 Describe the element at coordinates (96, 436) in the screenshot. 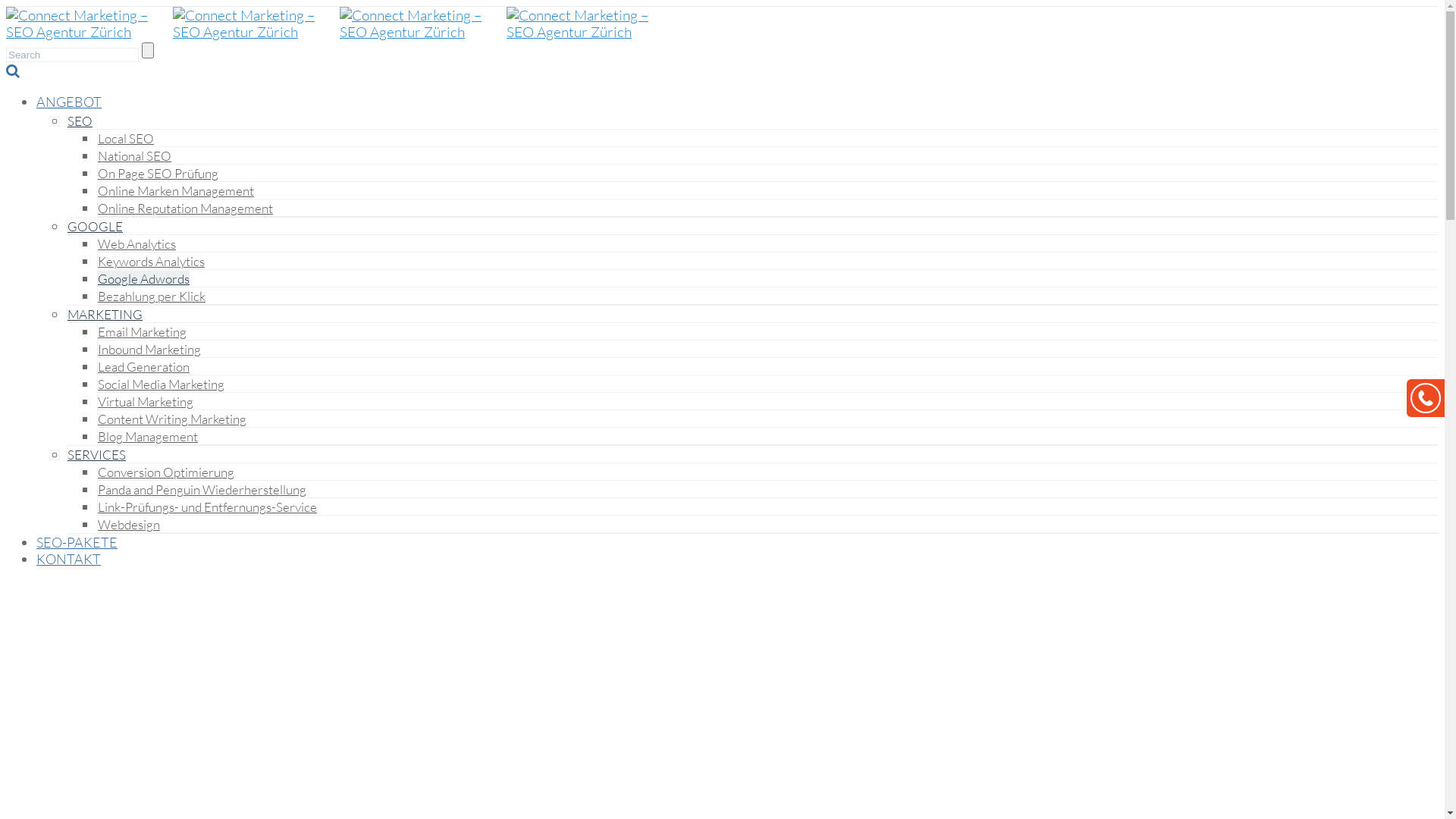

I see `'Blog Management'` at that location.